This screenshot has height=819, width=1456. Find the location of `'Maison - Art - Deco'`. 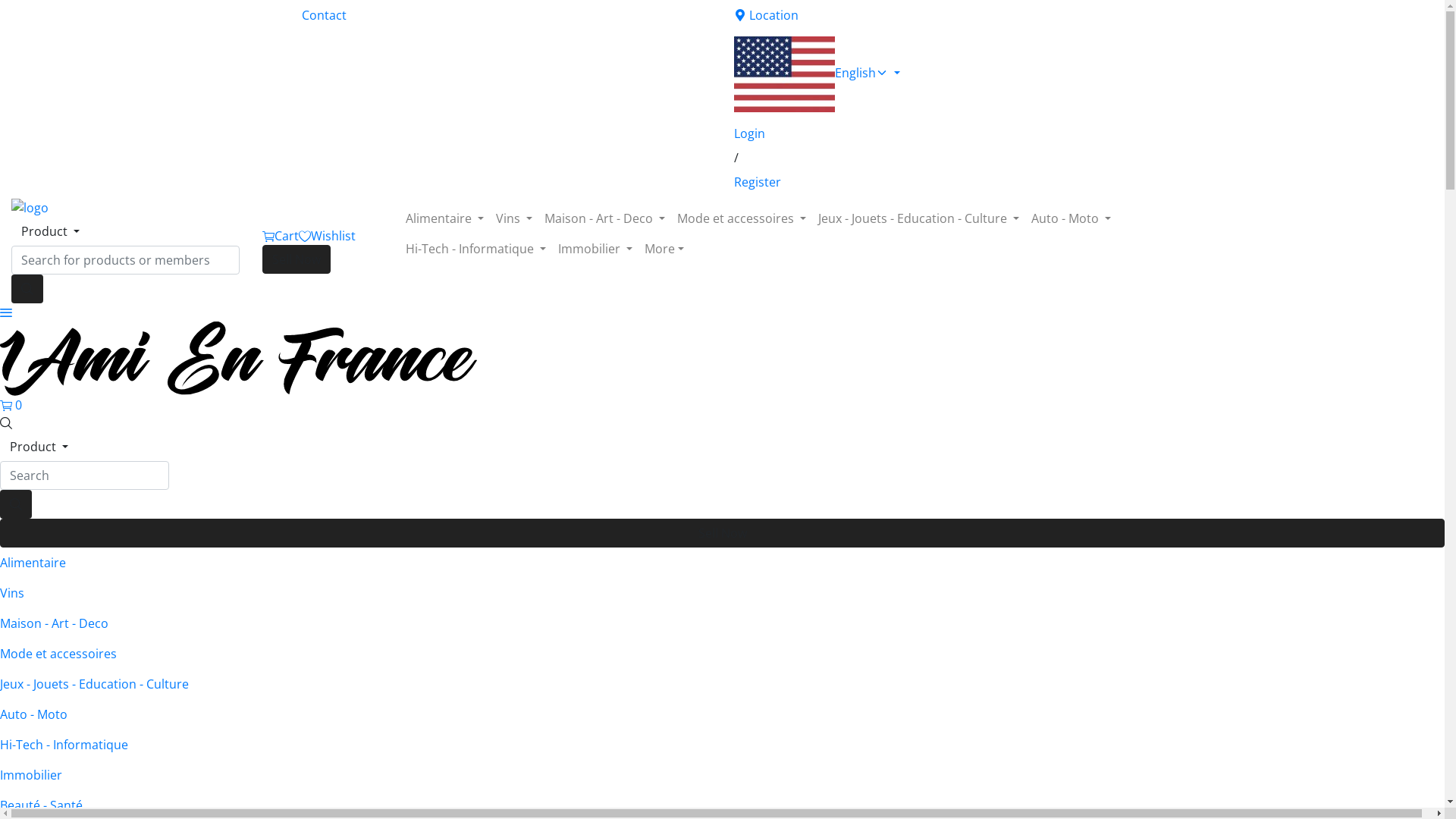

'Maison - Art - Deco' is located at coordinates (721, 623).